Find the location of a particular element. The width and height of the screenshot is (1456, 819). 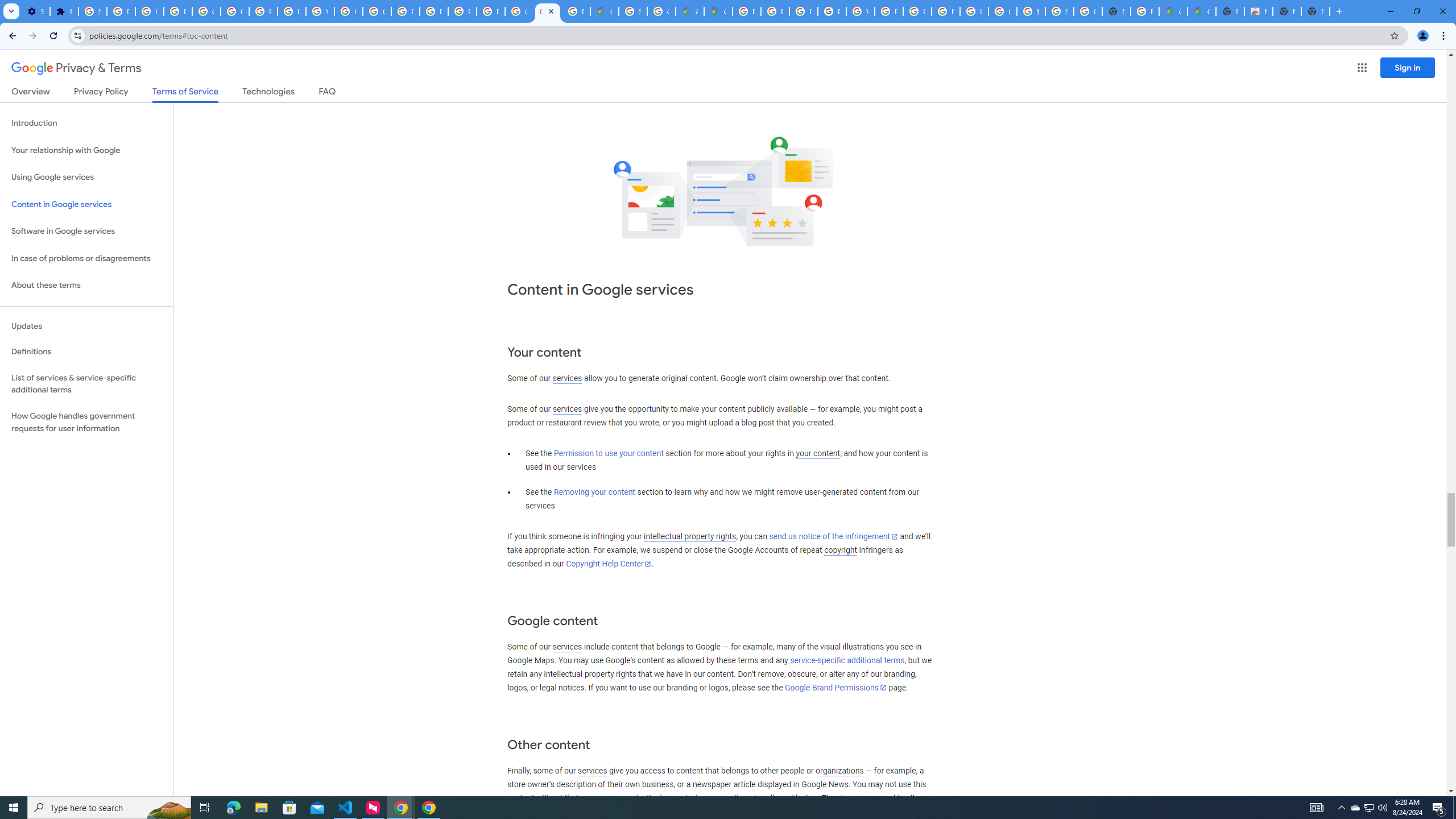

'How Google handles government requests for user information' is located at coordinates (86, 422).